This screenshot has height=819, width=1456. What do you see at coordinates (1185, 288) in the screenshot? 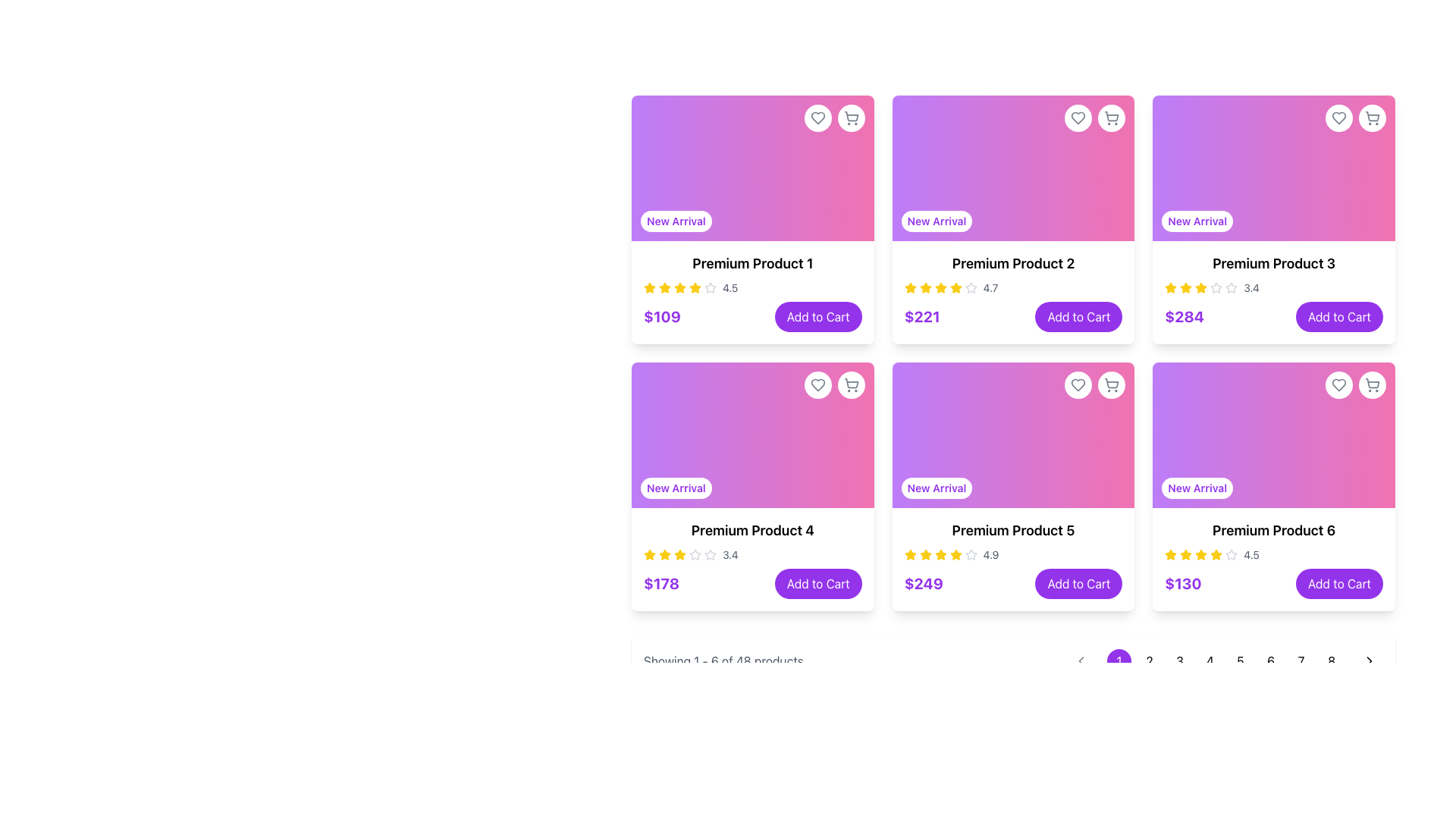
I see `the third star icon from the left in the star rating sequence, which is part of the product details card for 'Premium Product 3'` at bounding box center [1185, 288].